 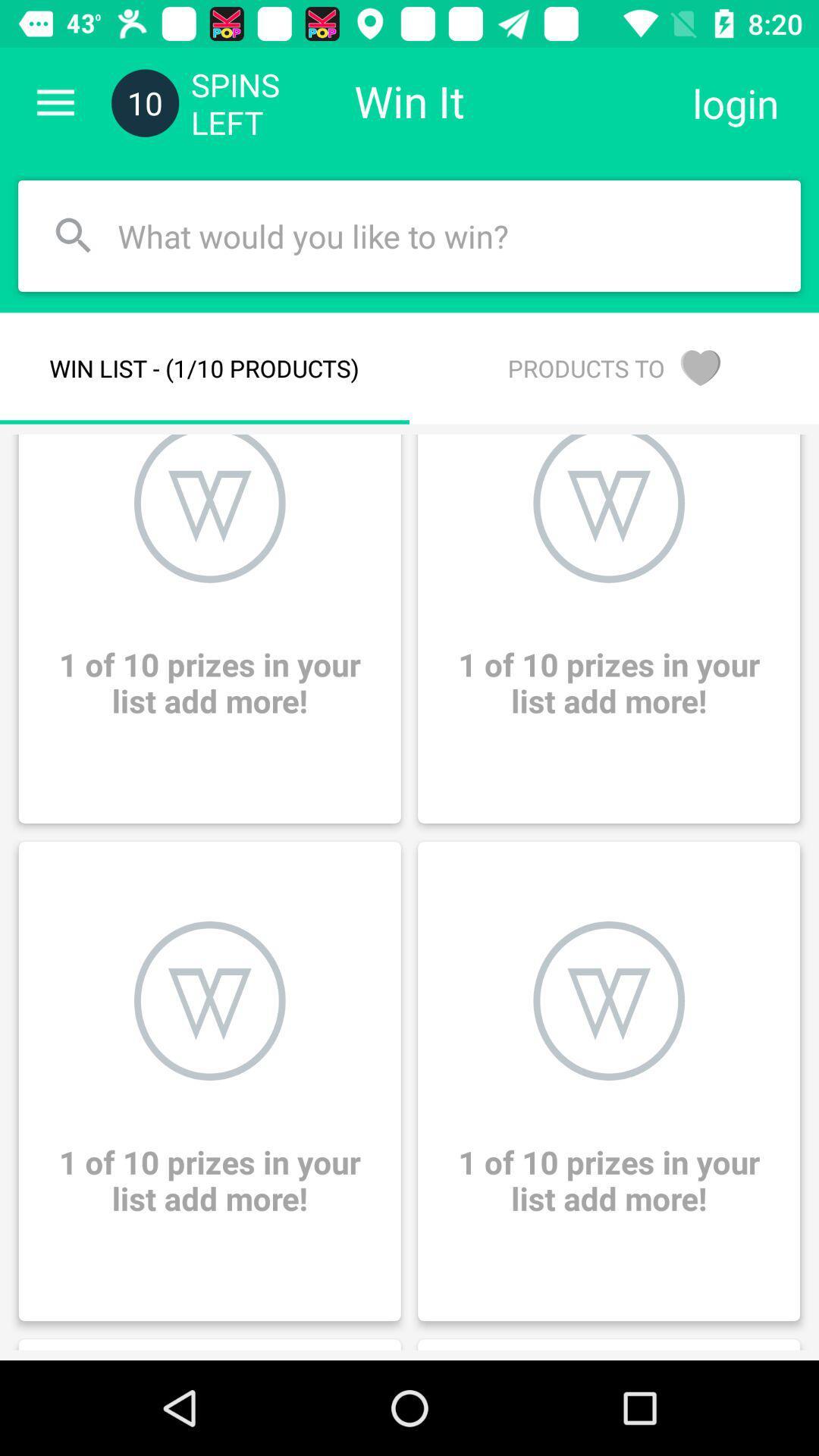 I want to click on item to the left of the 10, so click(x=55, y=102).